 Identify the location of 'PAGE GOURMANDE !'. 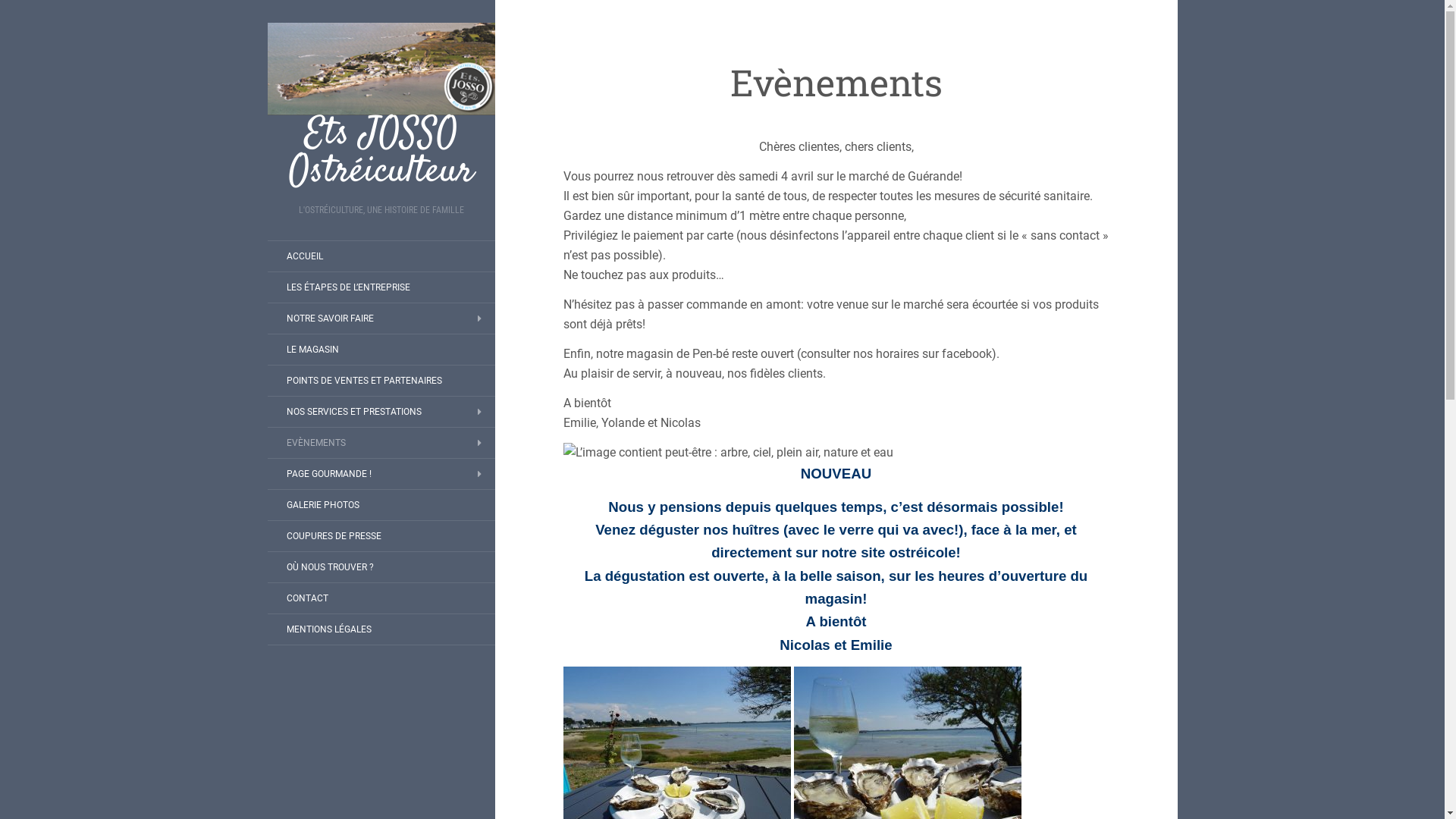
(327, 472).